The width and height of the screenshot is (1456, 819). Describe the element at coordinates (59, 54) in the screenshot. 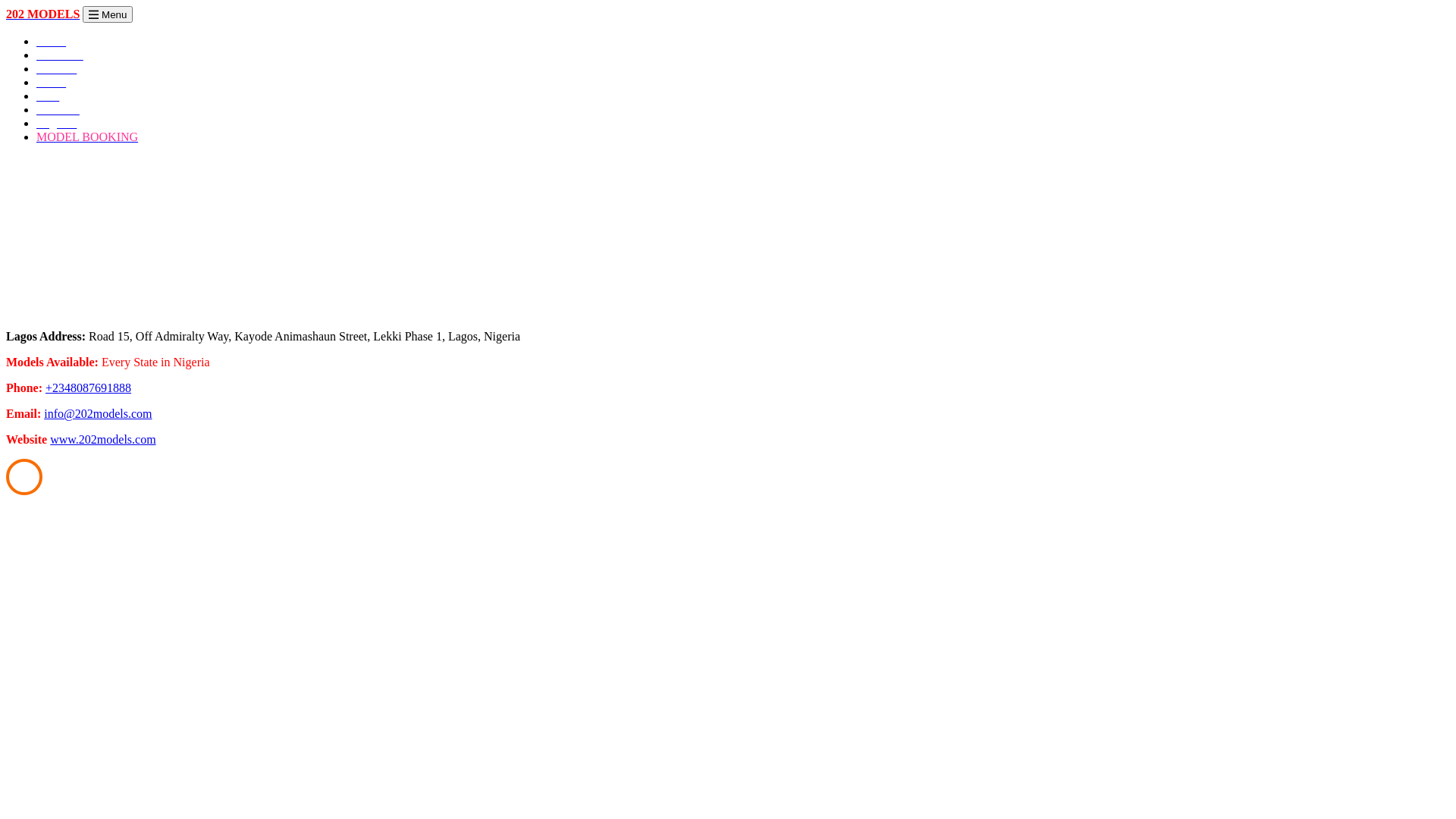

I see `'About Us'` at that location.